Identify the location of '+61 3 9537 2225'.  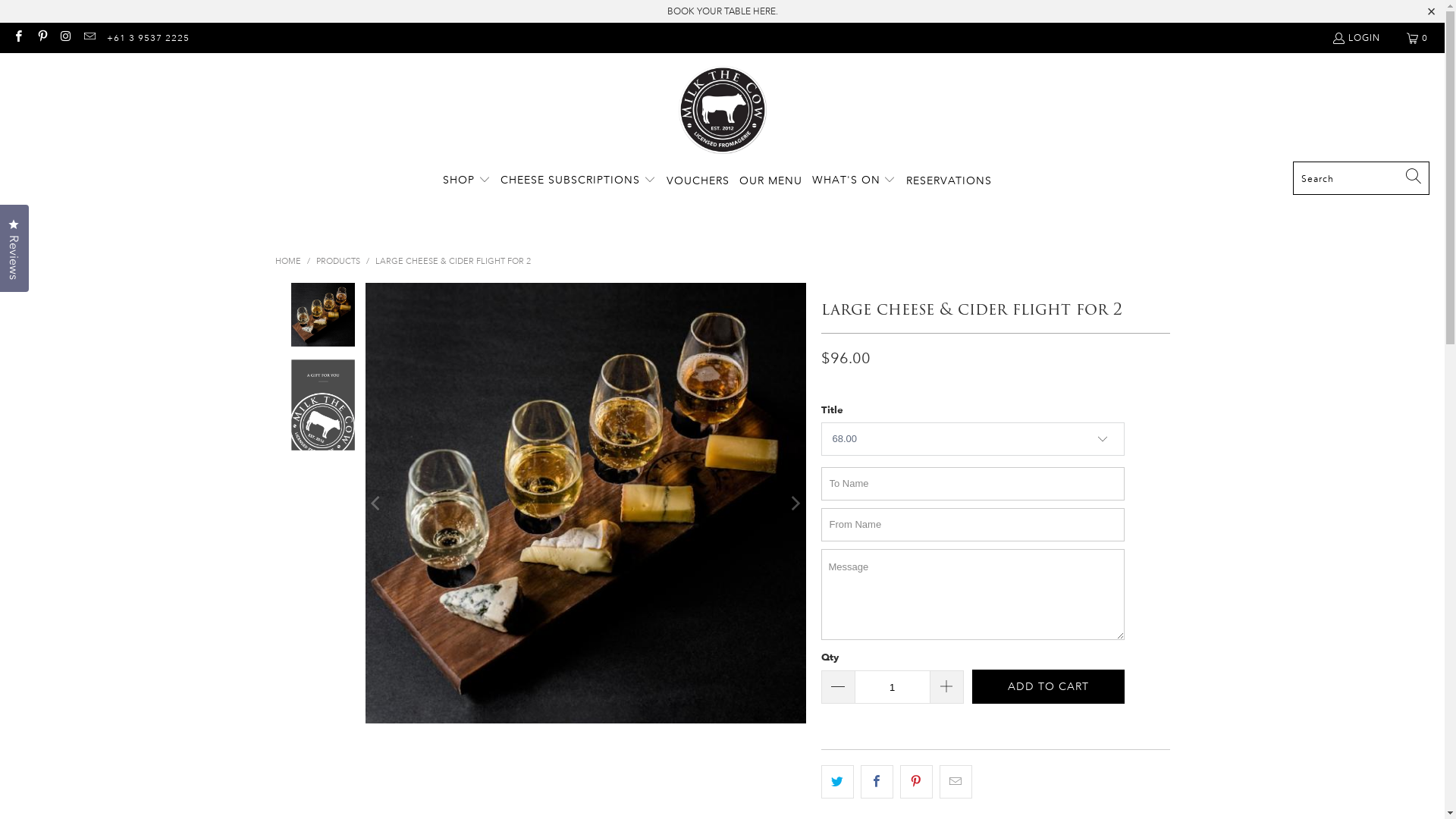
(105, 37).